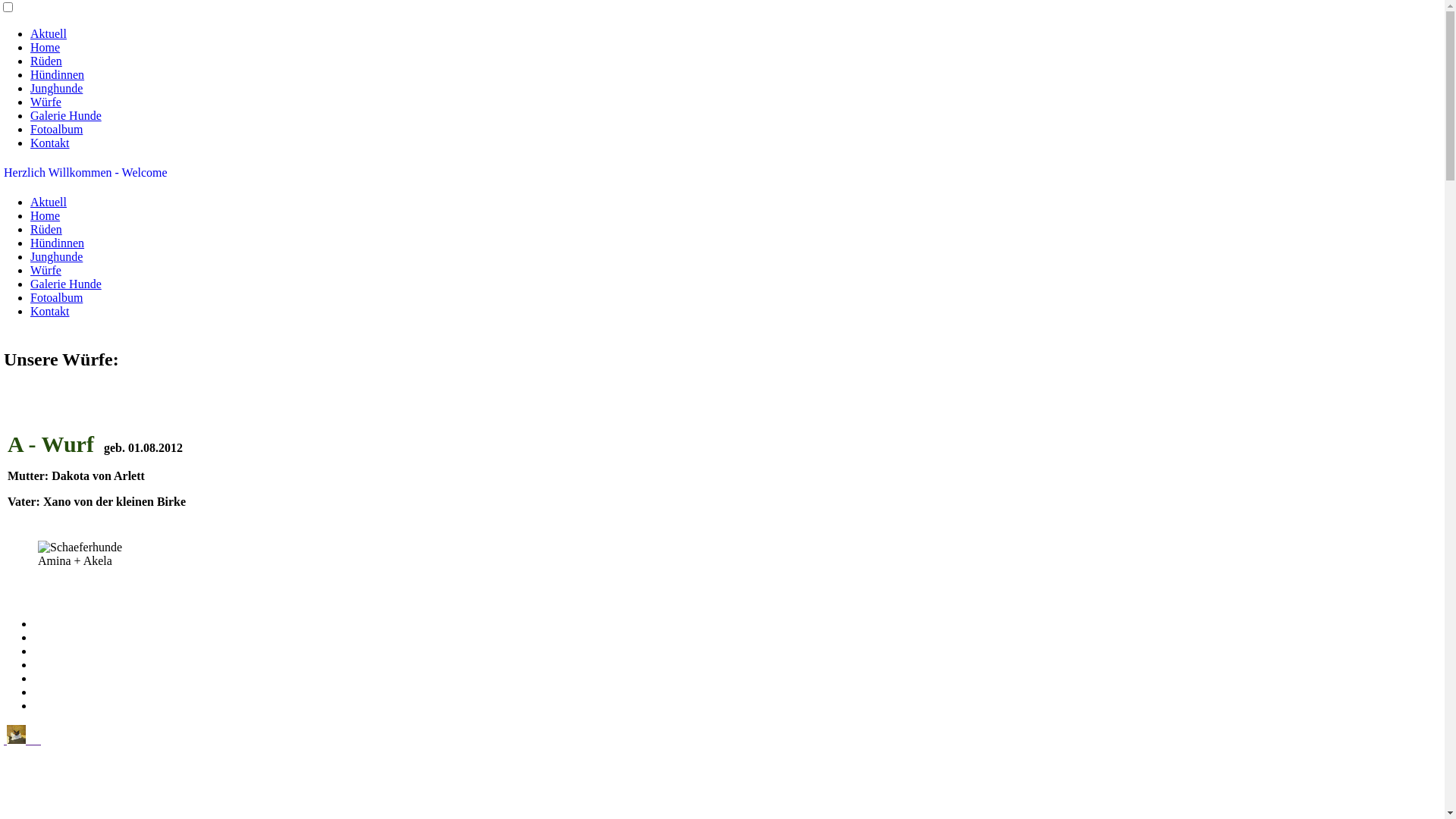 Image resolution: width=1456 pixels, height=819 pixels. I want to click on 'Galerie Hunde', so click(64, 115).